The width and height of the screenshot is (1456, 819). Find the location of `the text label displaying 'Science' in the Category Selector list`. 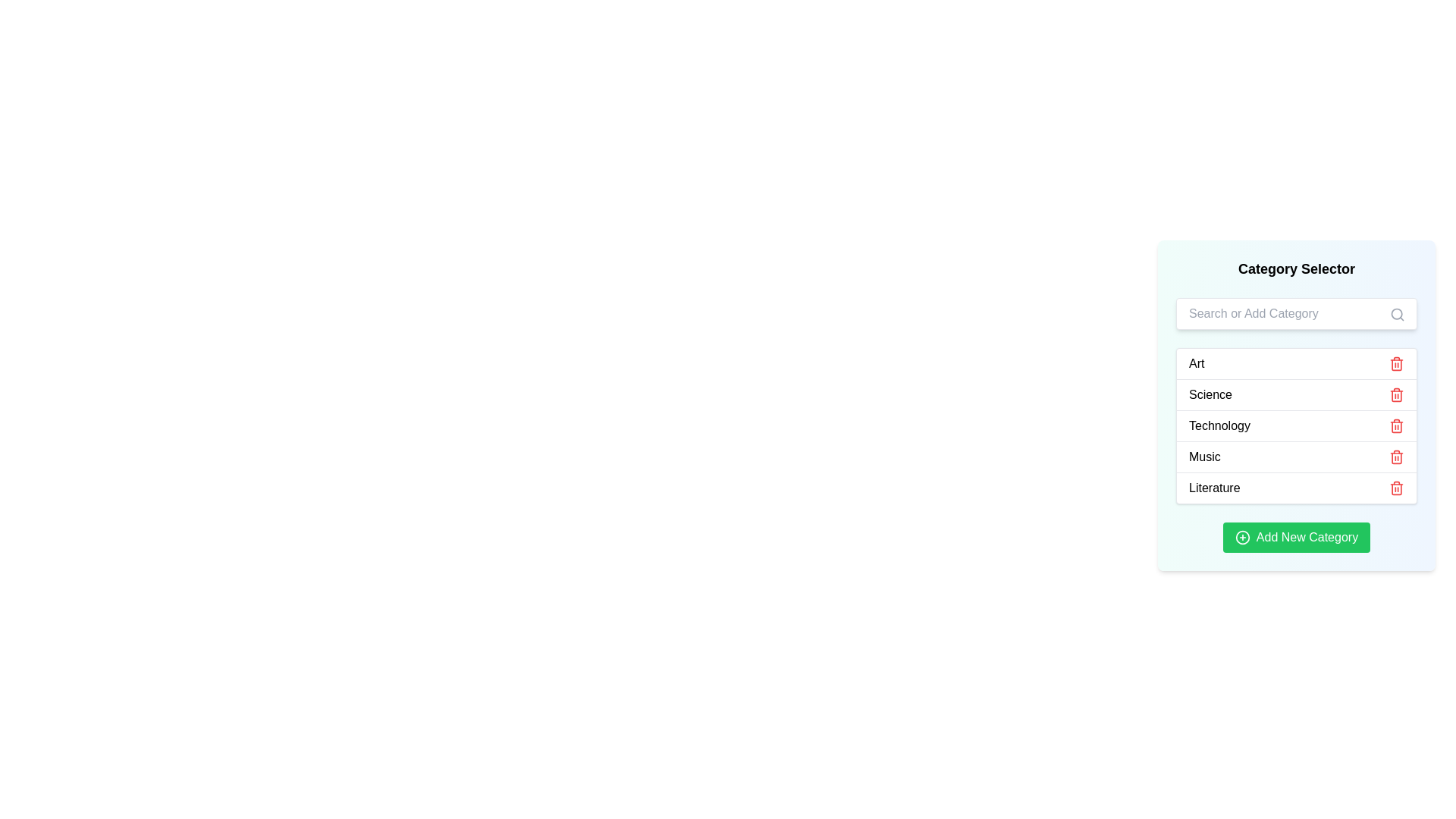

the text label displaying 'Science' in the Category Selector list is located at coordinates (1210, 394).